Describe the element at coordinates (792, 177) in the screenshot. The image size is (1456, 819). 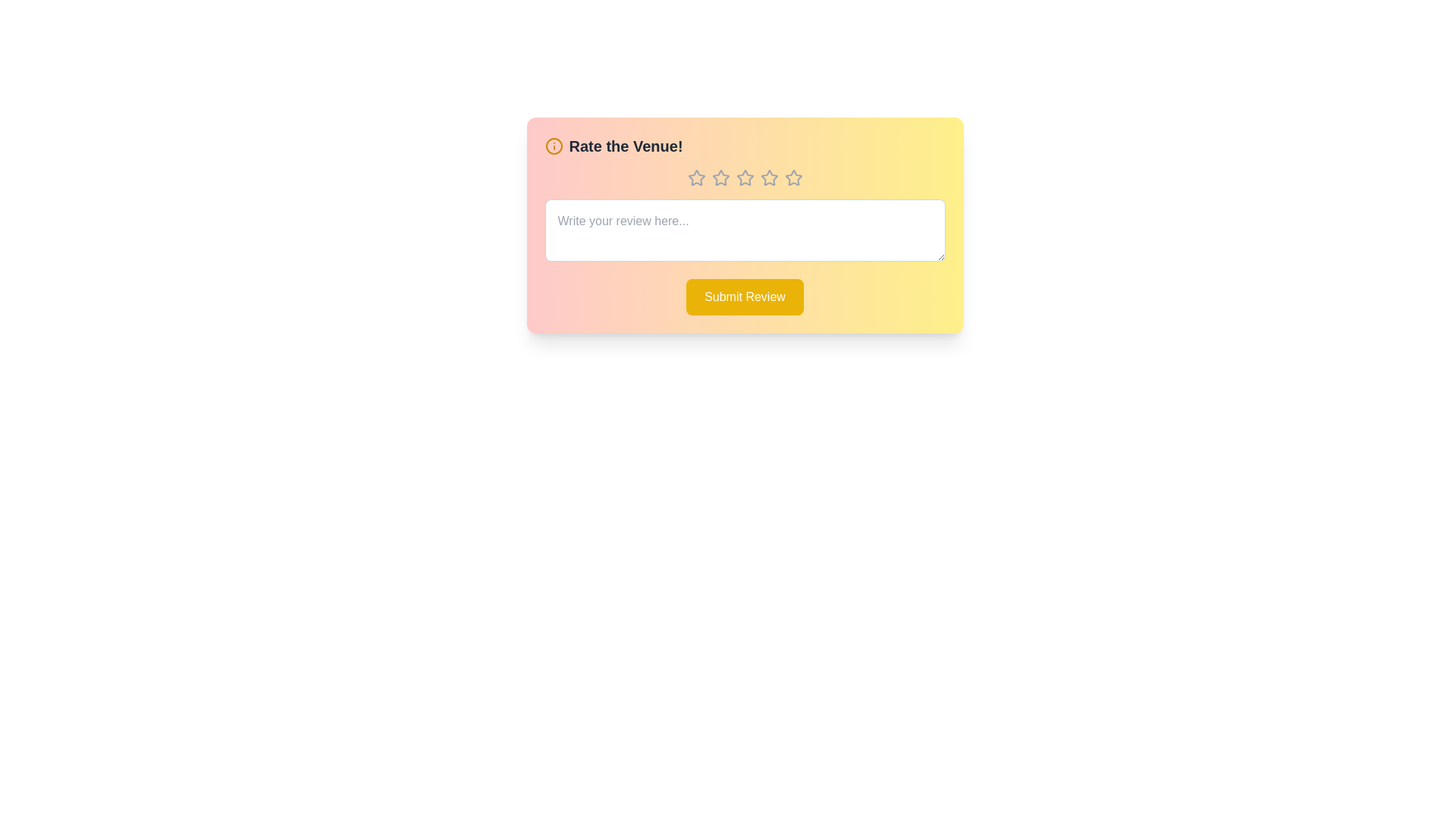
I see `the rating to 5 stars by clicking on the corresponding star` at that location.